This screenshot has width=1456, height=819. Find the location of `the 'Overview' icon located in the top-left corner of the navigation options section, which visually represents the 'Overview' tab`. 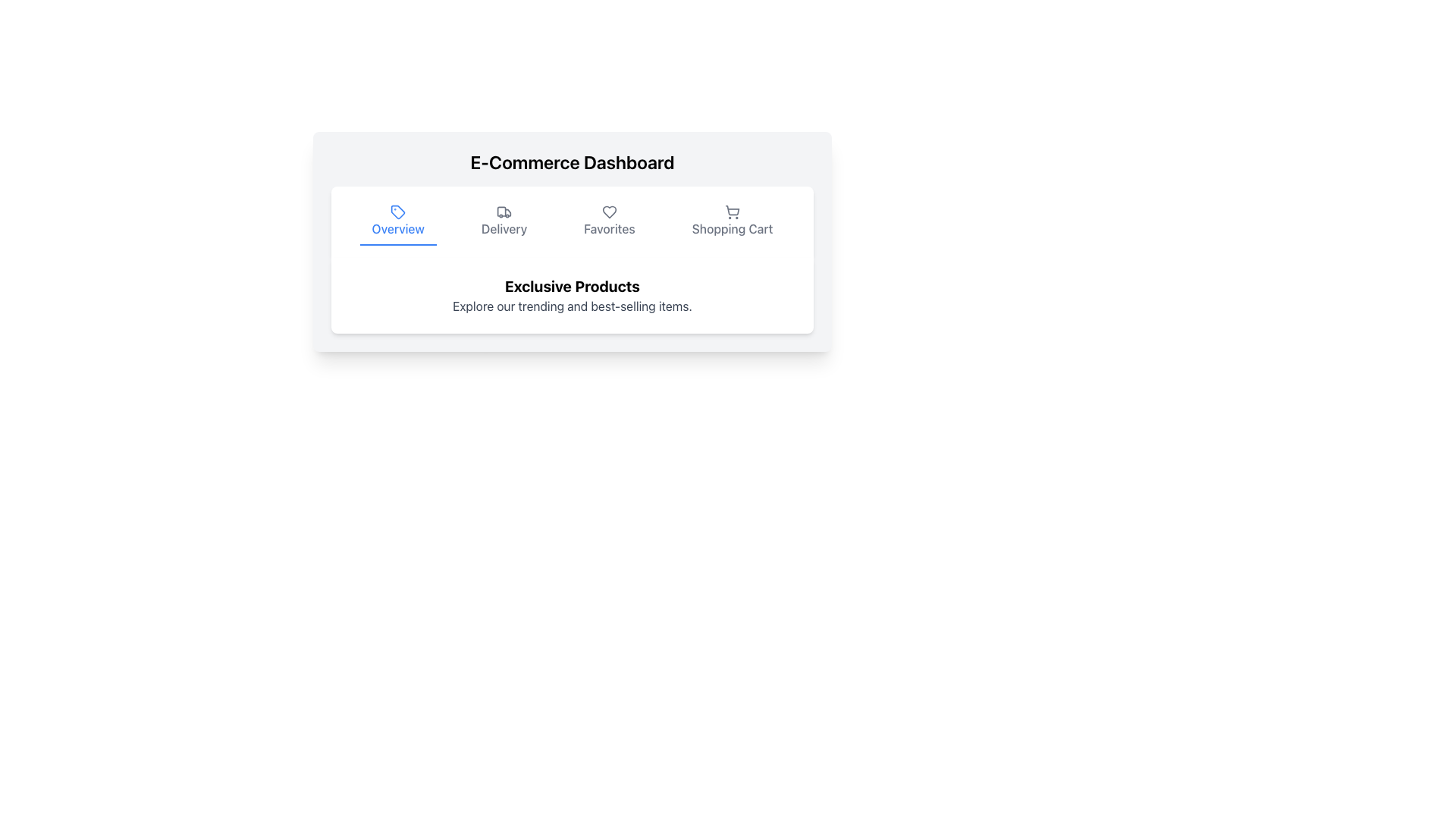

the 'Overview' icon located in the top-left corner of the navigation options section, which visually represents the 'Overview' tab is located at coordinates (398, 212).